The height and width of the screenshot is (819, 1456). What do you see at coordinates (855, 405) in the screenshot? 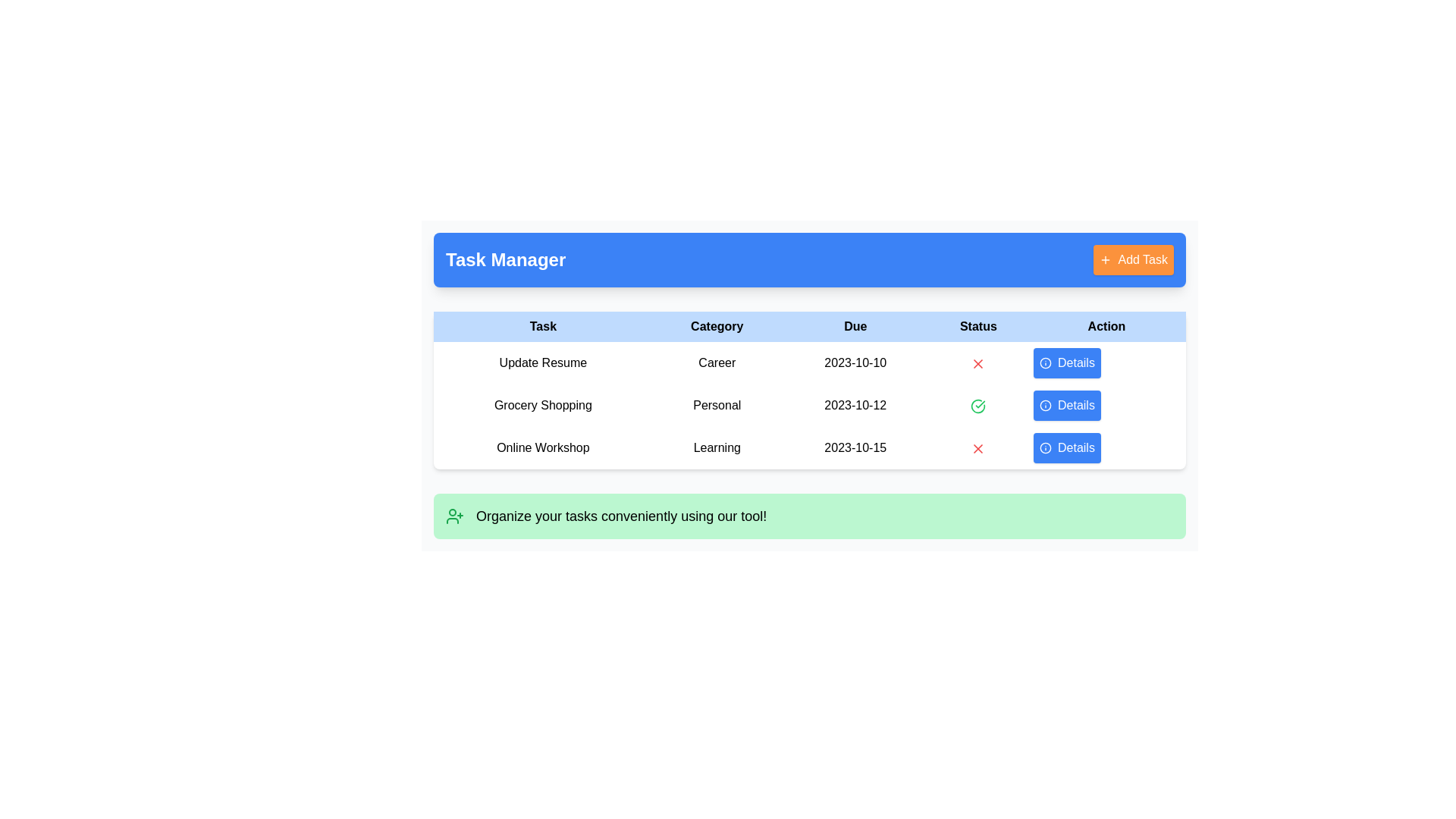
I see `the text label displaying the due date for the 'Grocery Shopping' task in the 'Due' column of the table` at bounding box center [855, 405].